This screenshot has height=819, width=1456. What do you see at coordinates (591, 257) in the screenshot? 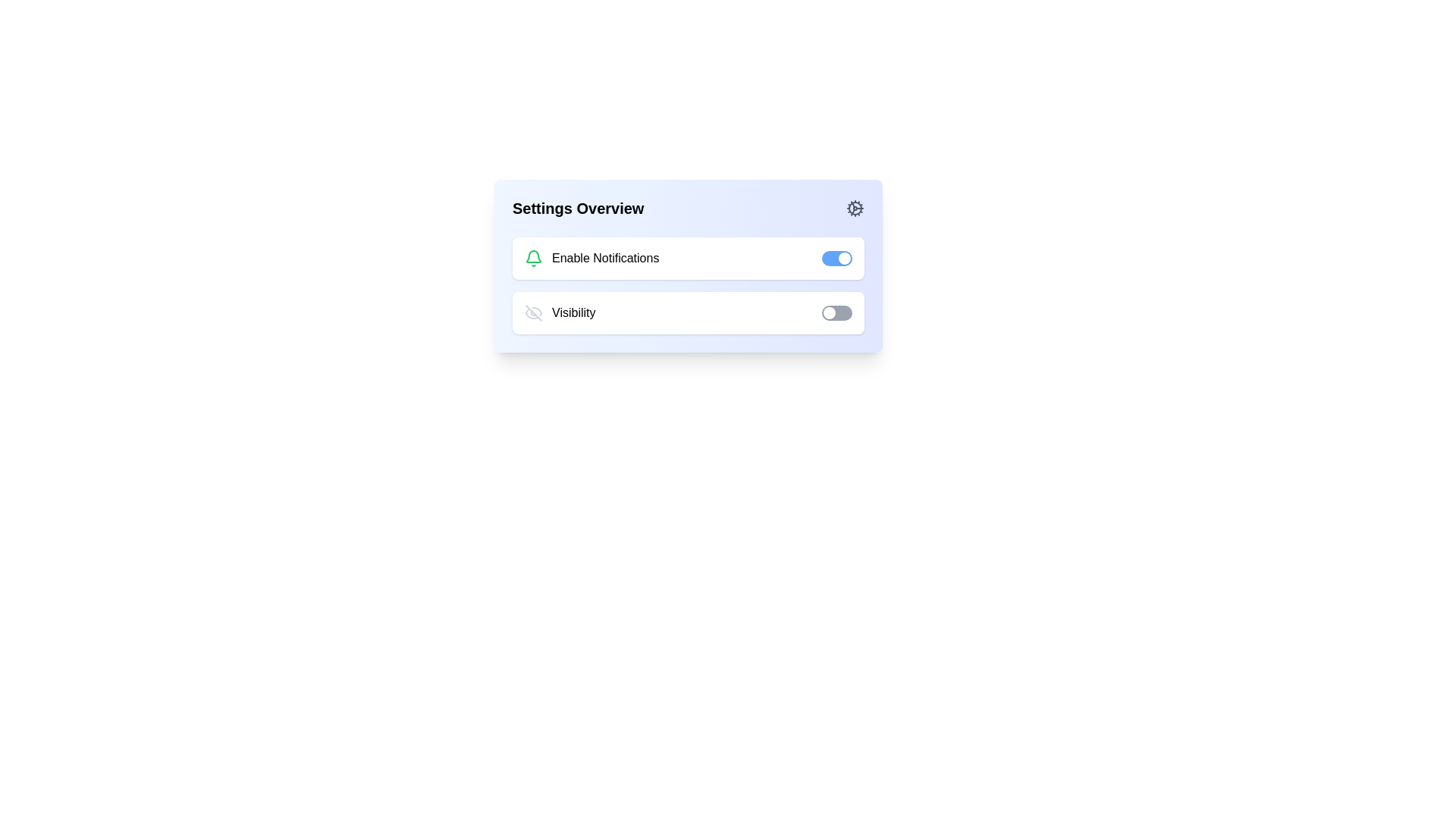
I see `the 'Enable Notifications' label with the green bell icon, located to the left of the blue toggle switch in the settings interface` at bounding box center [591, 257].